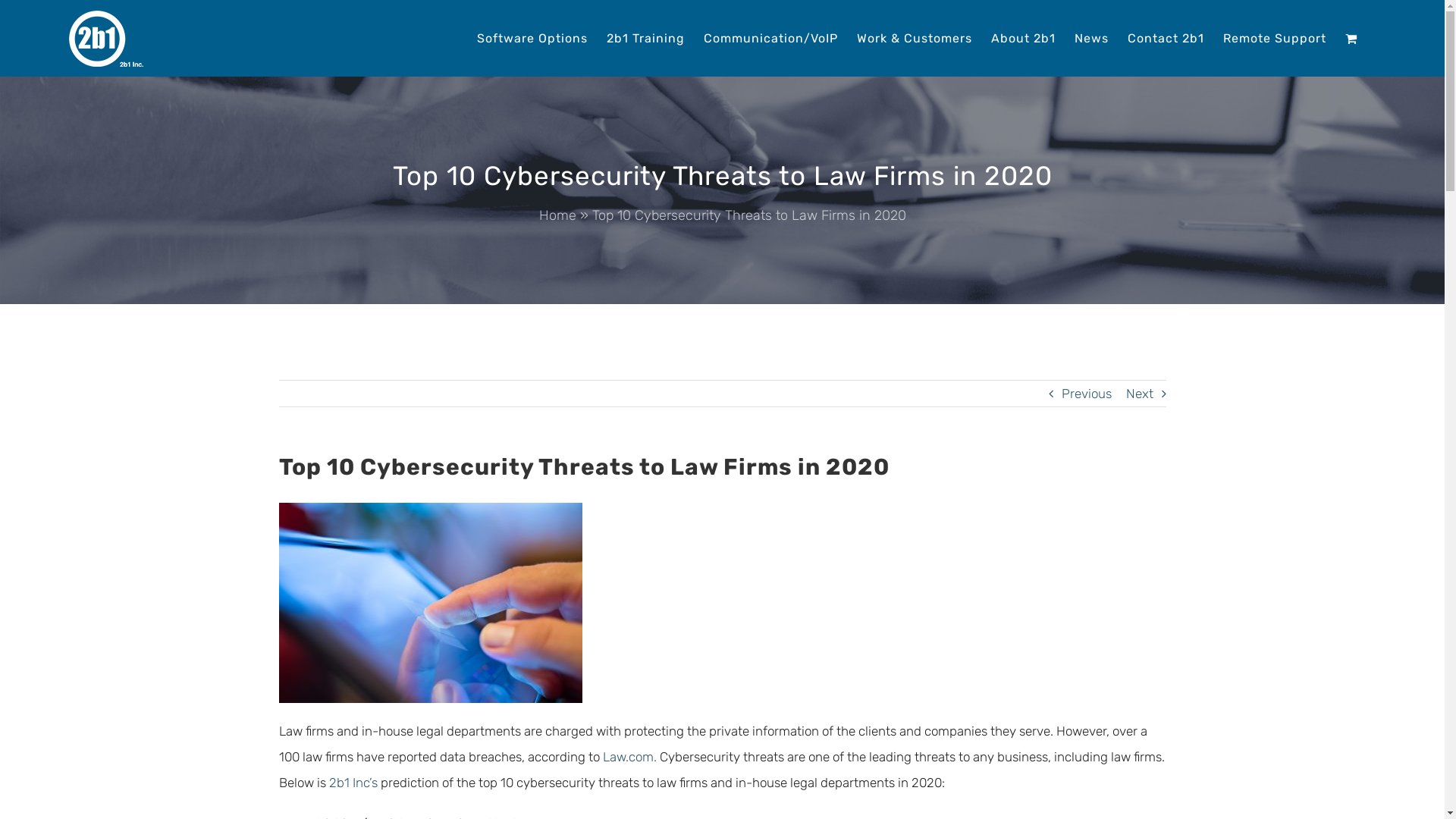 Image resolution: width=1456 pixels, height=819 pixels. Describe the element at coordinates (990, 36) in the screenshot. I see `'About 2b1'` at that location.